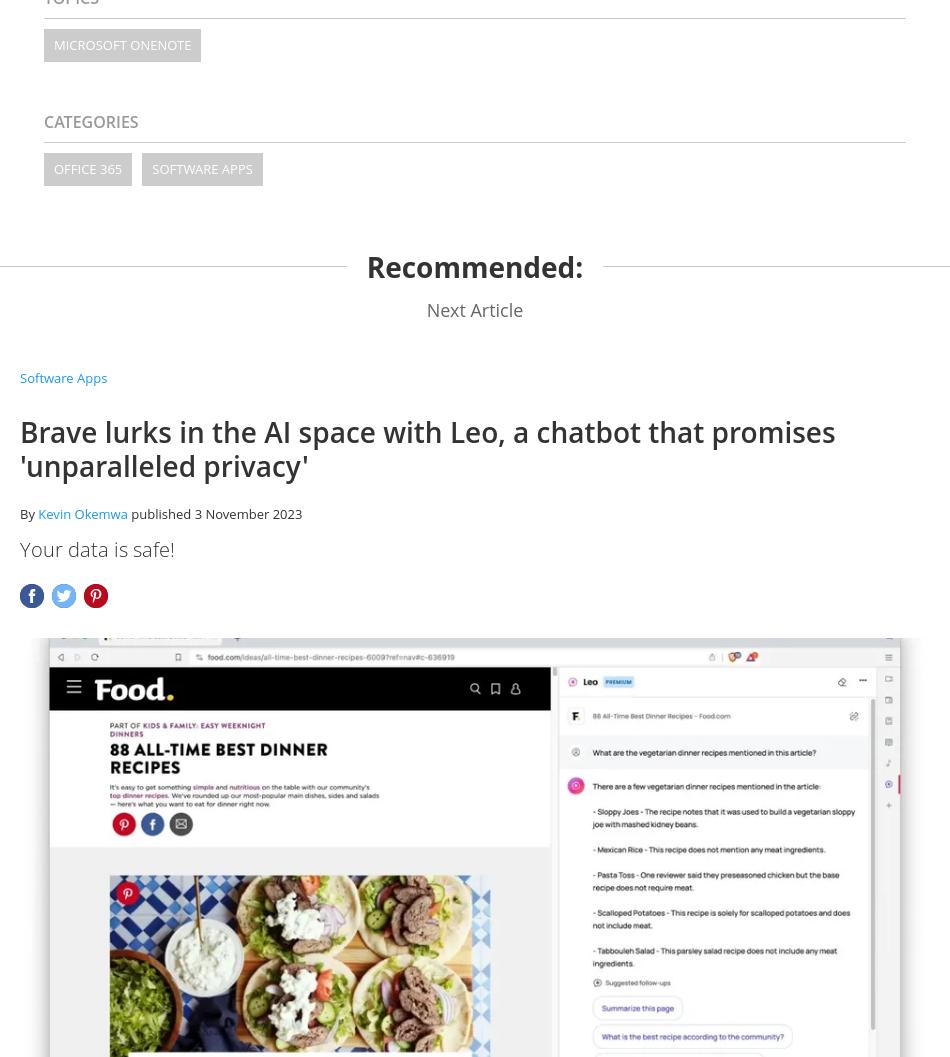 The height and width of the screenshot is (1057, 950). Describe the element at coordinates (28, 512) in the screenshot. I see `'By'` at that location.